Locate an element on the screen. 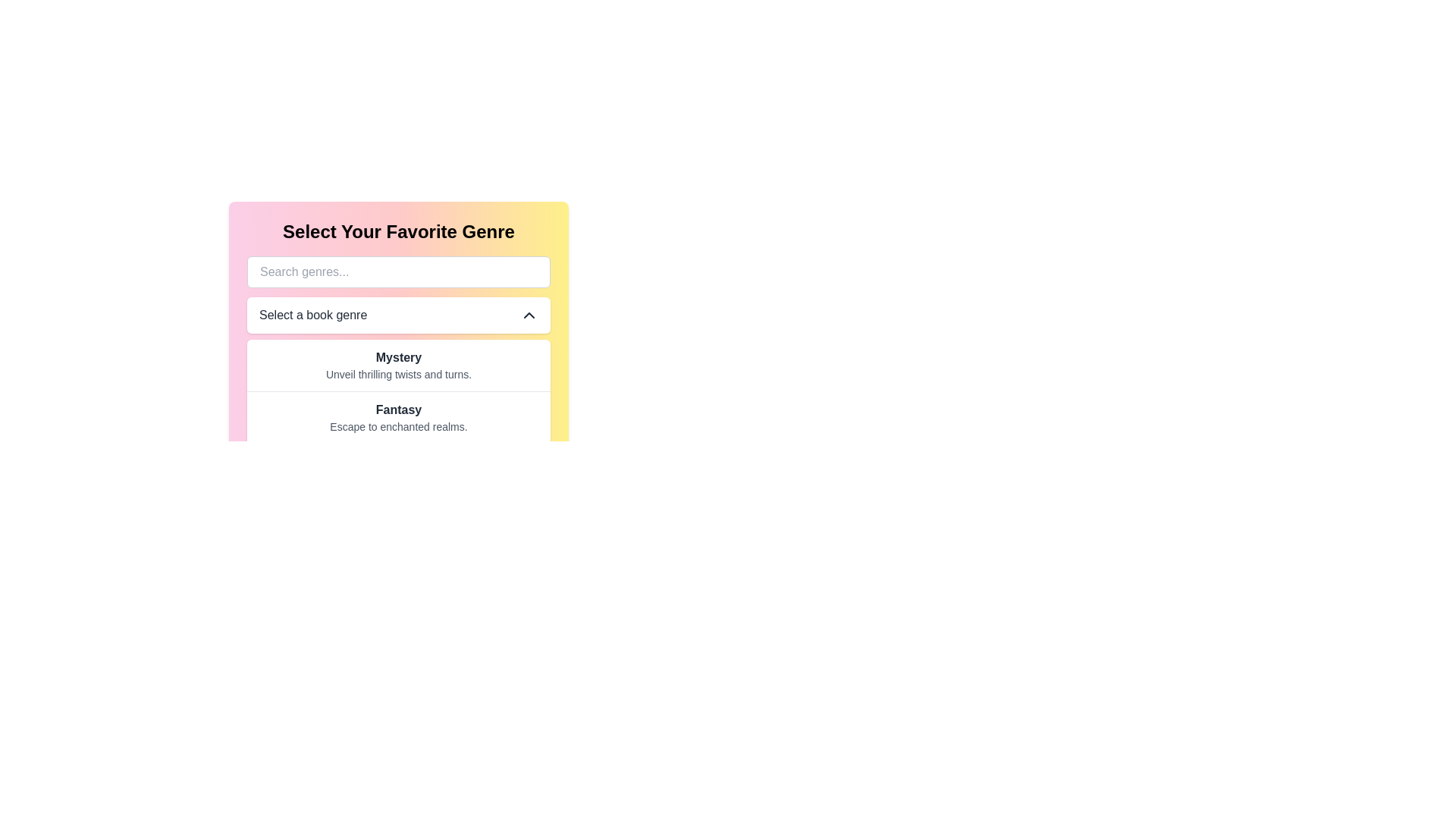  the text on the selectable card that displays 'Mystery' in a bold font and the phrase 'Unveil thrilling twists and turns.' for informational purposes is located at coordinates (399, 366).